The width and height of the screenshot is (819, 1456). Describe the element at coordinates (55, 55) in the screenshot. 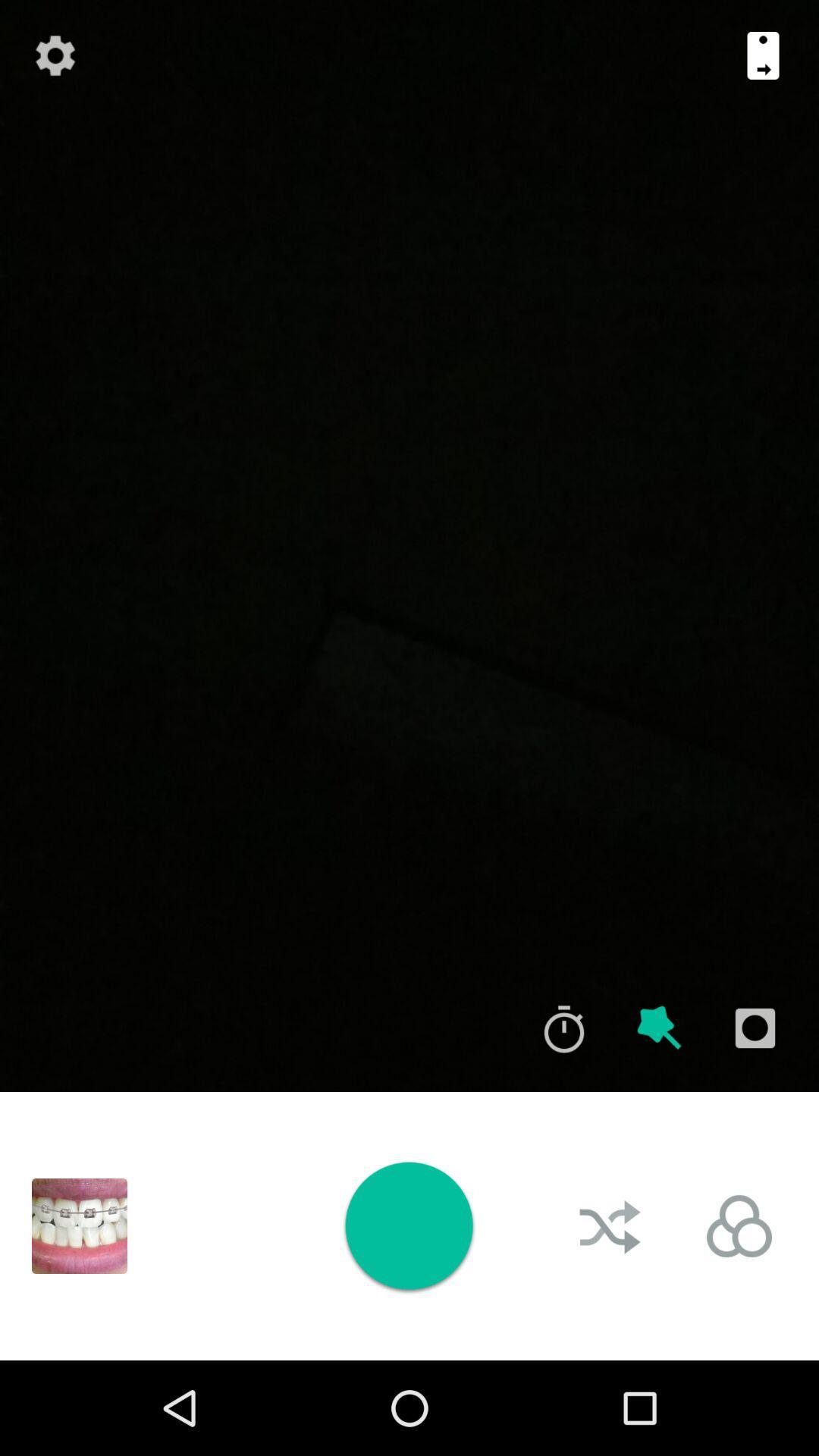

I see `icon at the top left corner` at that location.